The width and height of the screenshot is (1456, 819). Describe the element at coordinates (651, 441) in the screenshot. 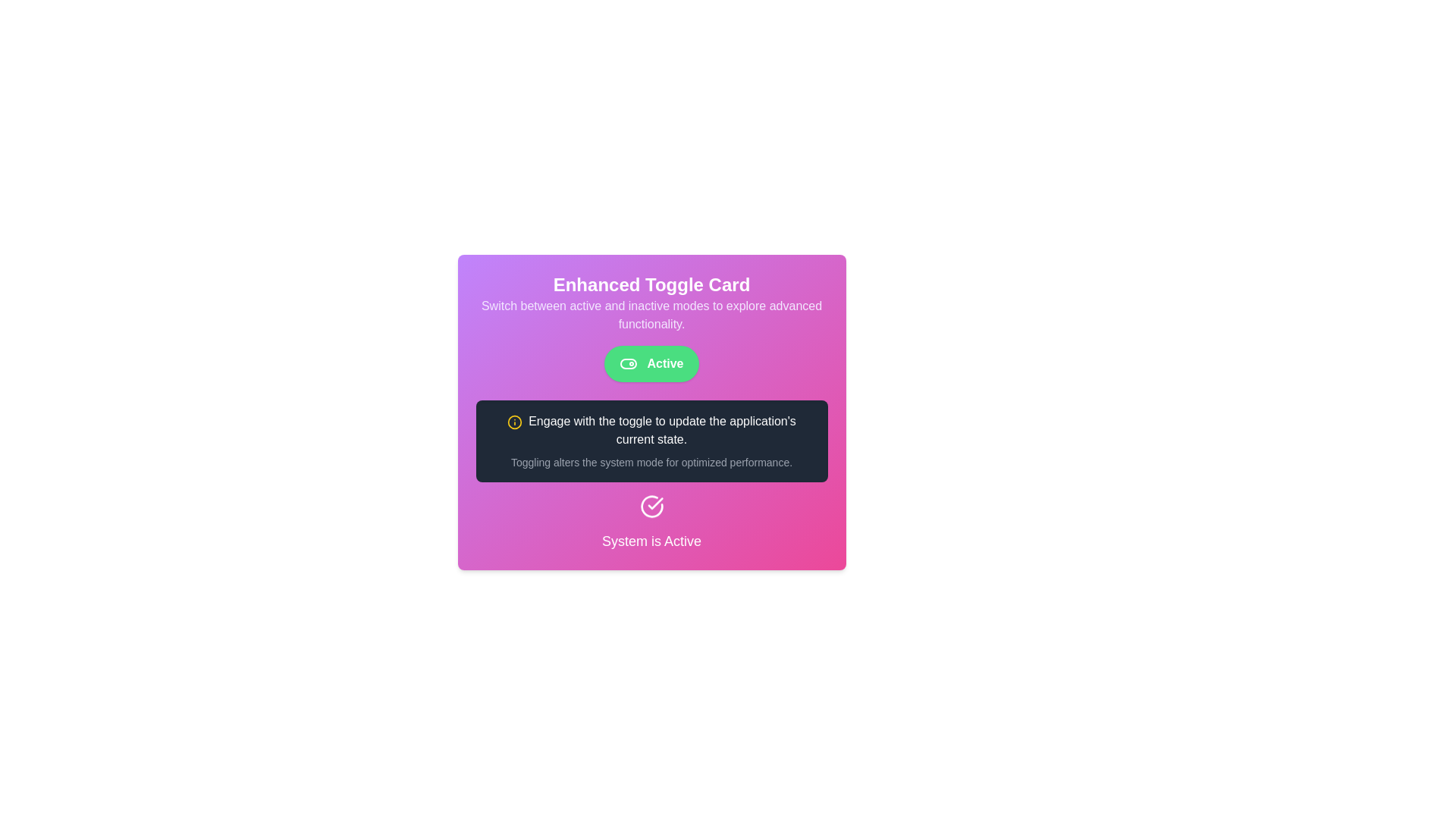

I see `the Text Panel providing instructions about toggling the system's state, located below the green 'Active' status indicator in the 'Enhanced Toggle Card'` at that location.